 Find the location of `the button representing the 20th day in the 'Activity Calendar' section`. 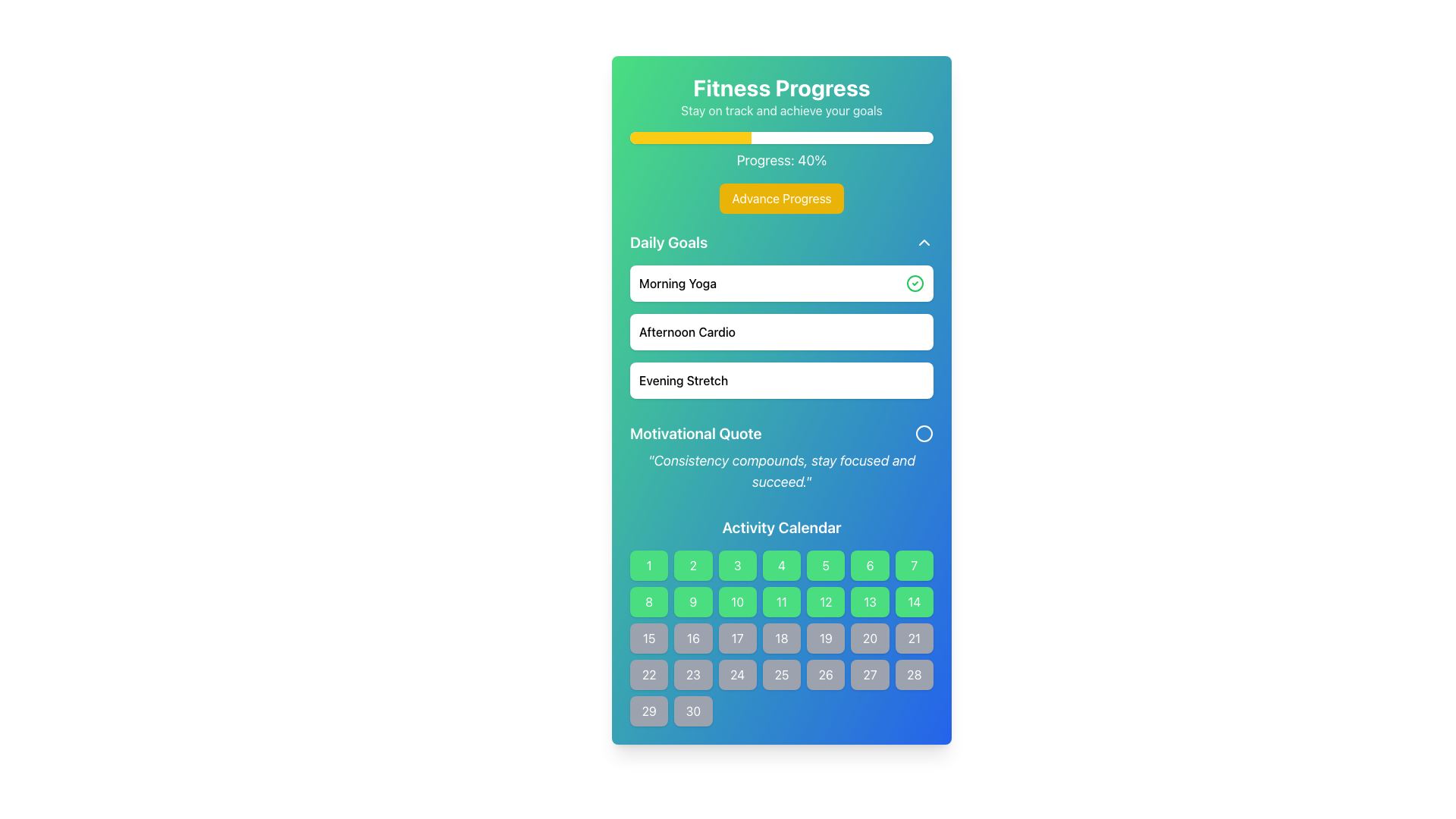

the button representing the 20th day in the 'Activity Calendar' section is located at coordinates (870, 638).